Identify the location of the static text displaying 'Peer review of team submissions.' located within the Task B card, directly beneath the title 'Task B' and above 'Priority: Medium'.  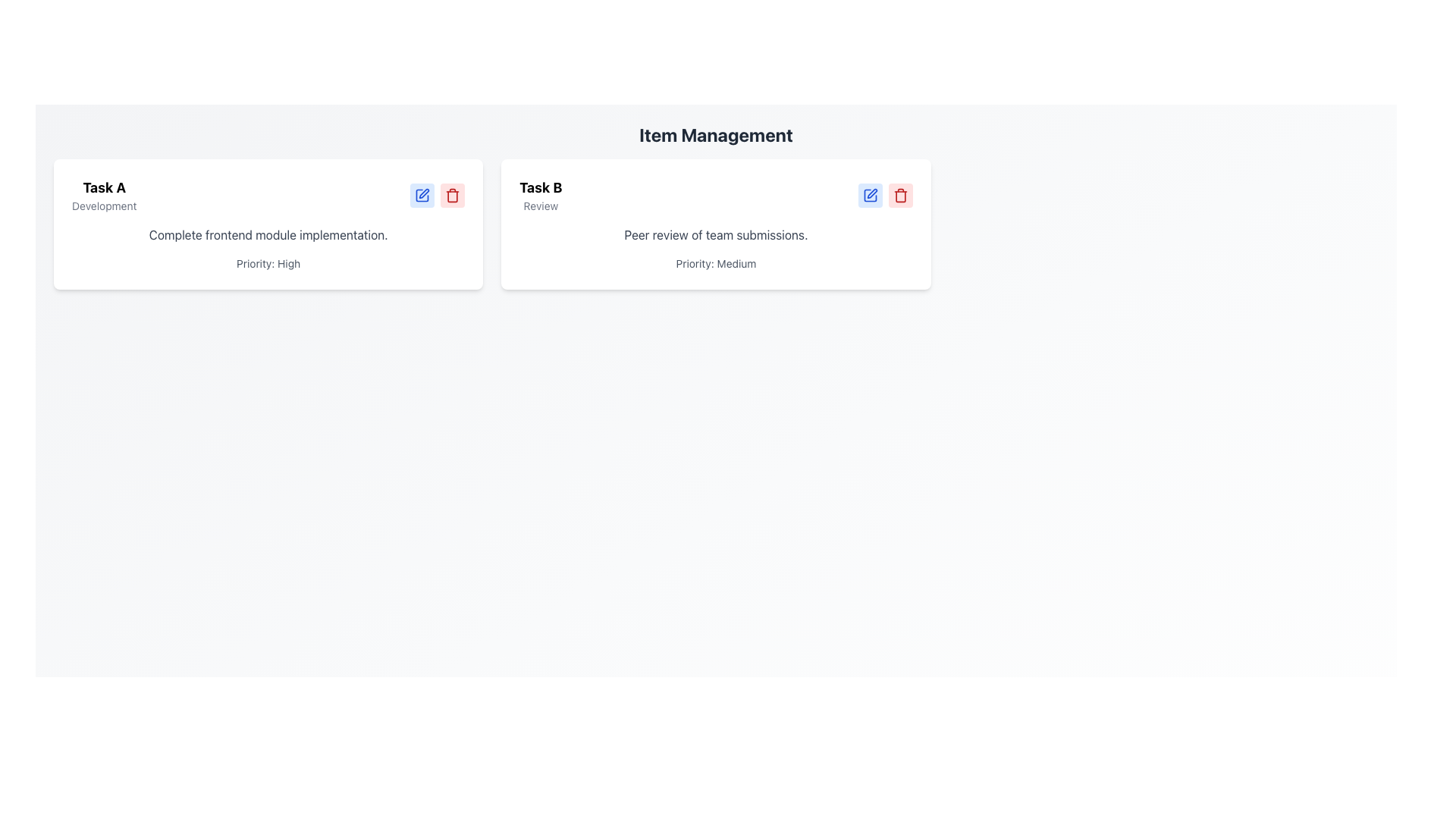
(715, 234).